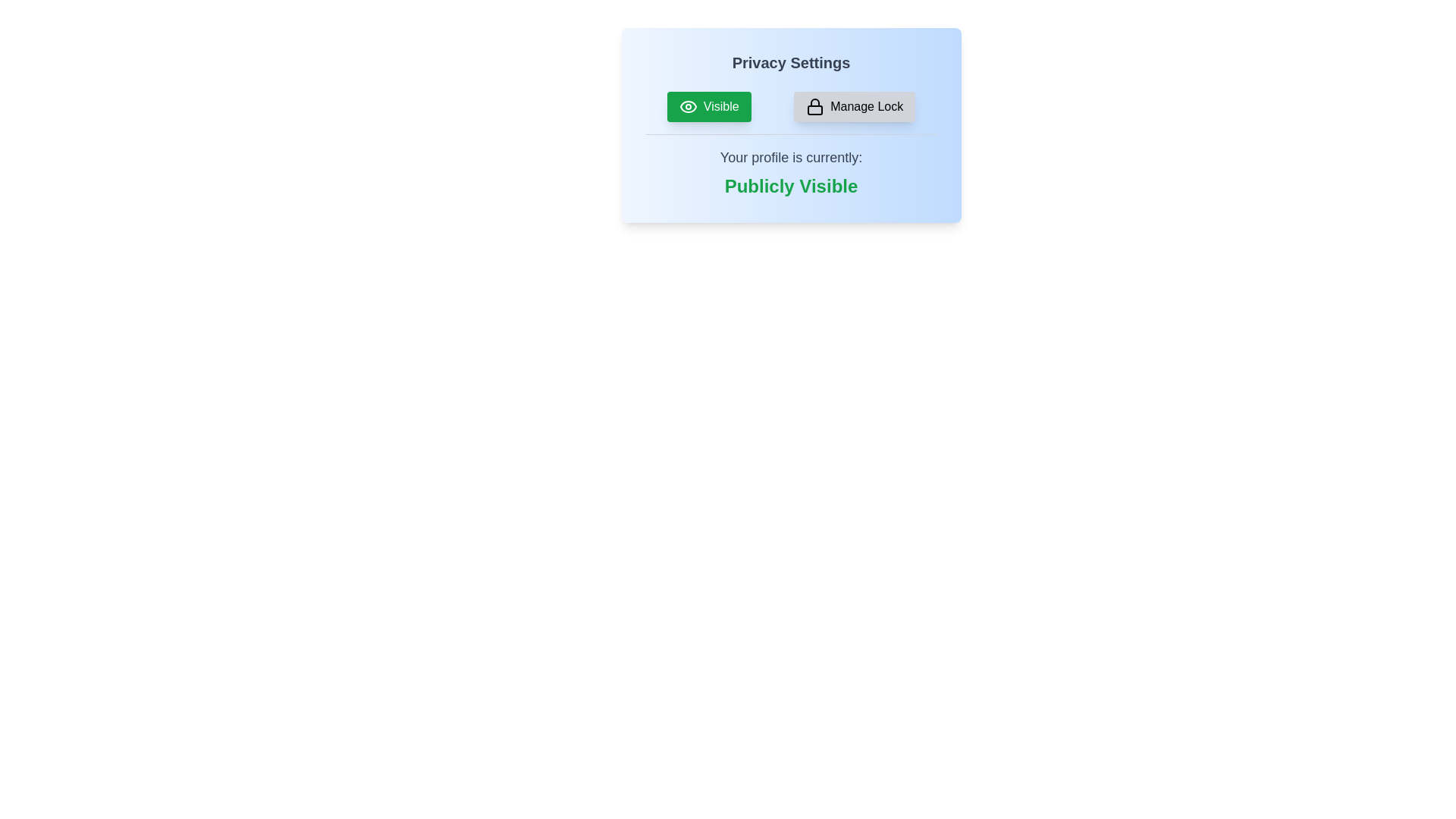 Image resolution: width=1456 pixels, height=819 pixels. I want to click on the 'Visible' button to toggle the privacy setting, so click(708, 106).